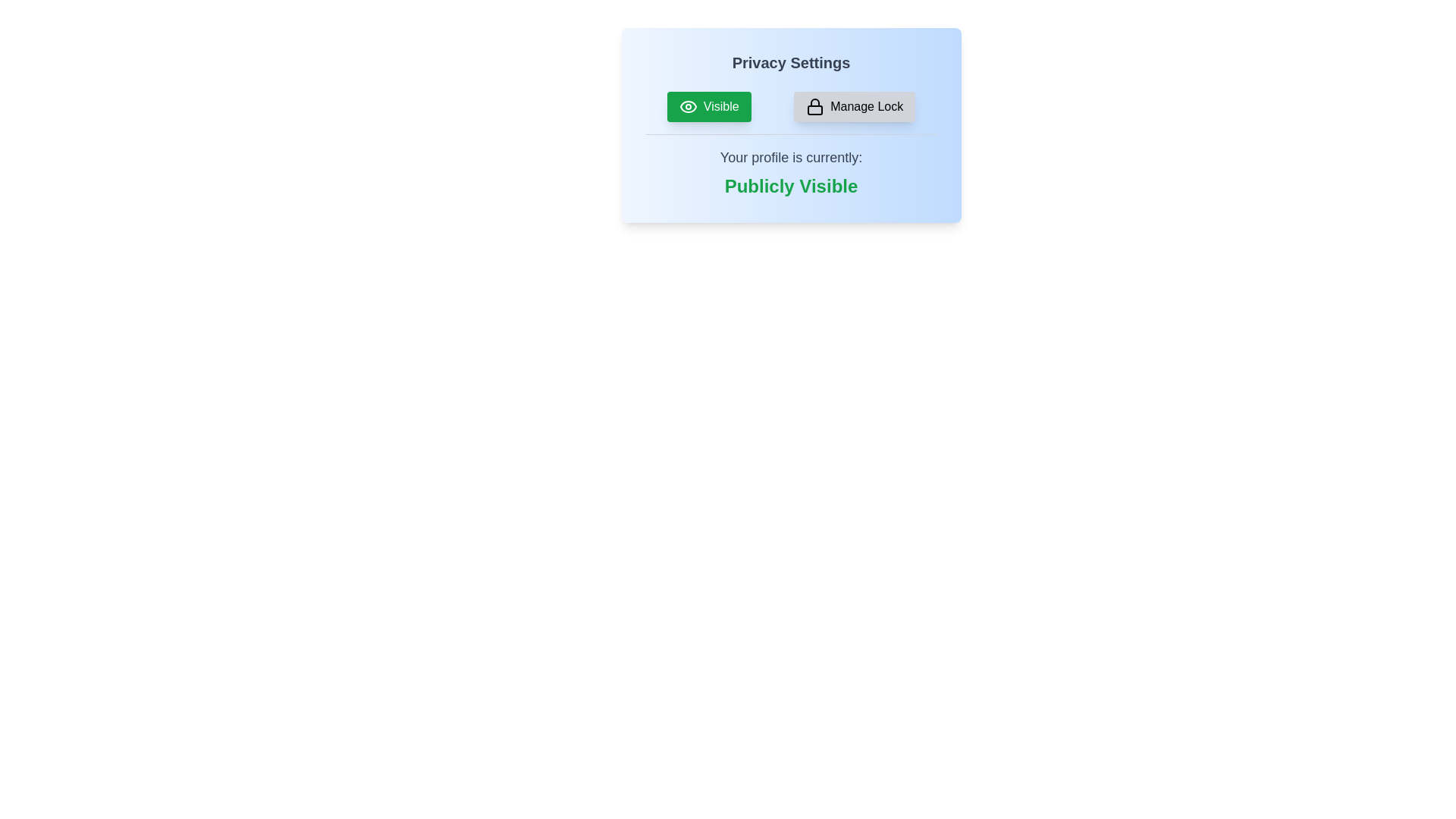 Image resolution: width=1456 pixels, height=819 pixels. I want to click on the 'Visible' button to toggle the privacy setting, so click(708, 106).